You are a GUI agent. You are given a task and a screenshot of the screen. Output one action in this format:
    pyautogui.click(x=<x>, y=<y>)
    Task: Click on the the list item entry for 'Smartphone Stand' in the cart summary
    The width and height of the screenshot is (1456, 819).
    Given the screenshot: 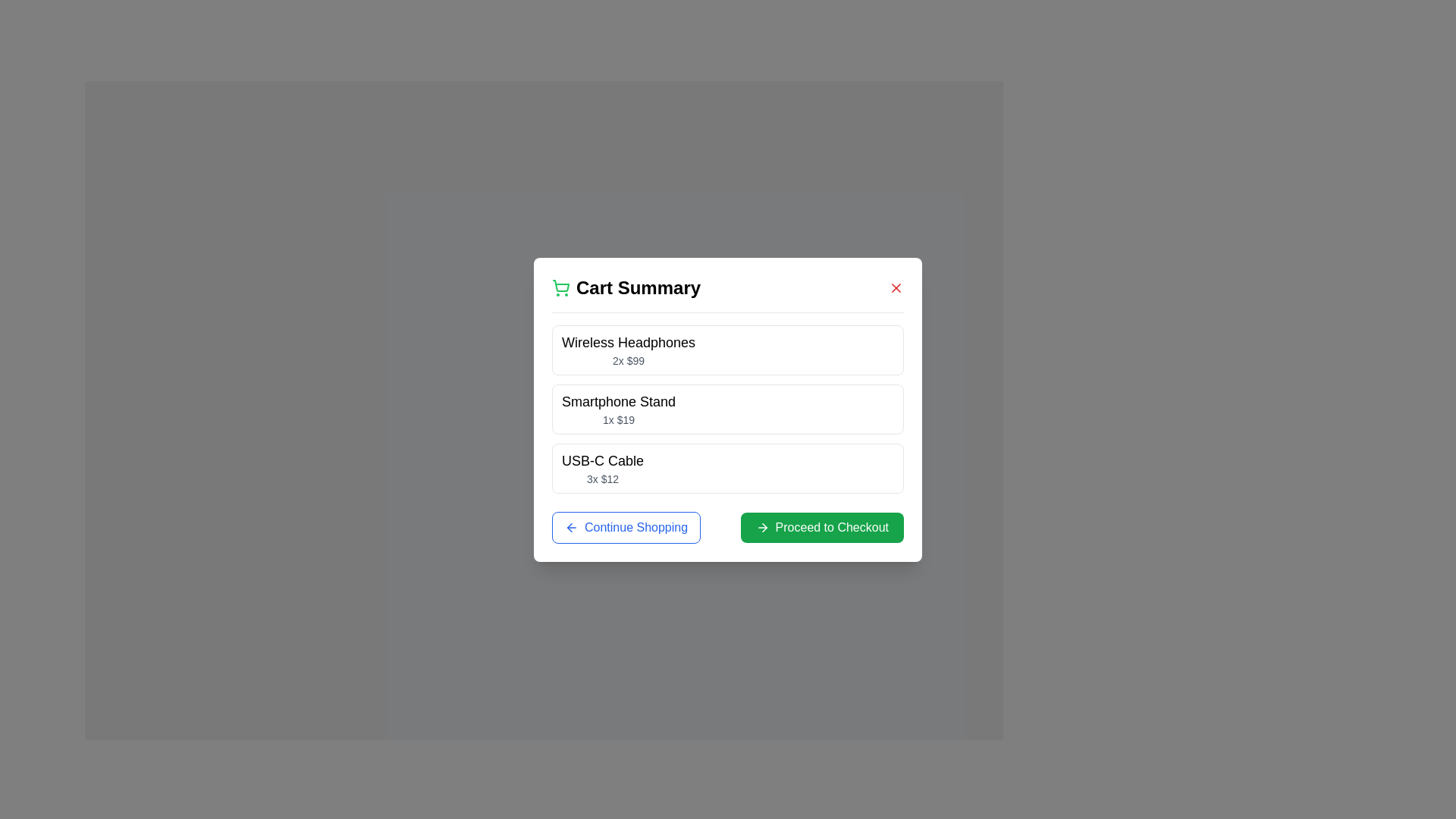 What is the action you would take?
    pyautogui.click(x=619, y=408)
    